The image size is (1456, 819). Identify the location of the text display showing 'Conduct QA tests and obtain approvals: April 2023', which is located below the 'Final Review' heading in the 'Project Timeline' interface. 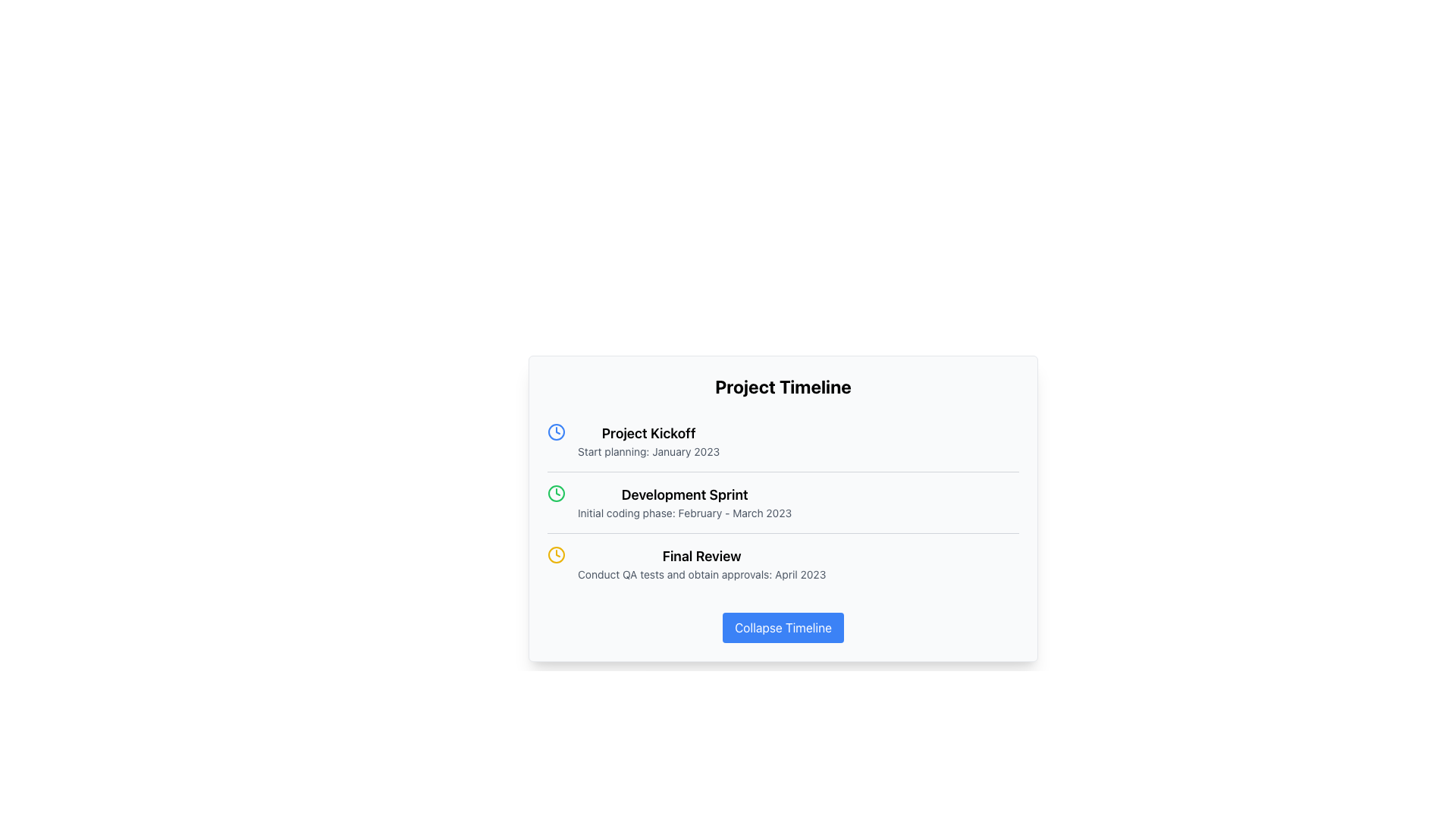
(701, 575).